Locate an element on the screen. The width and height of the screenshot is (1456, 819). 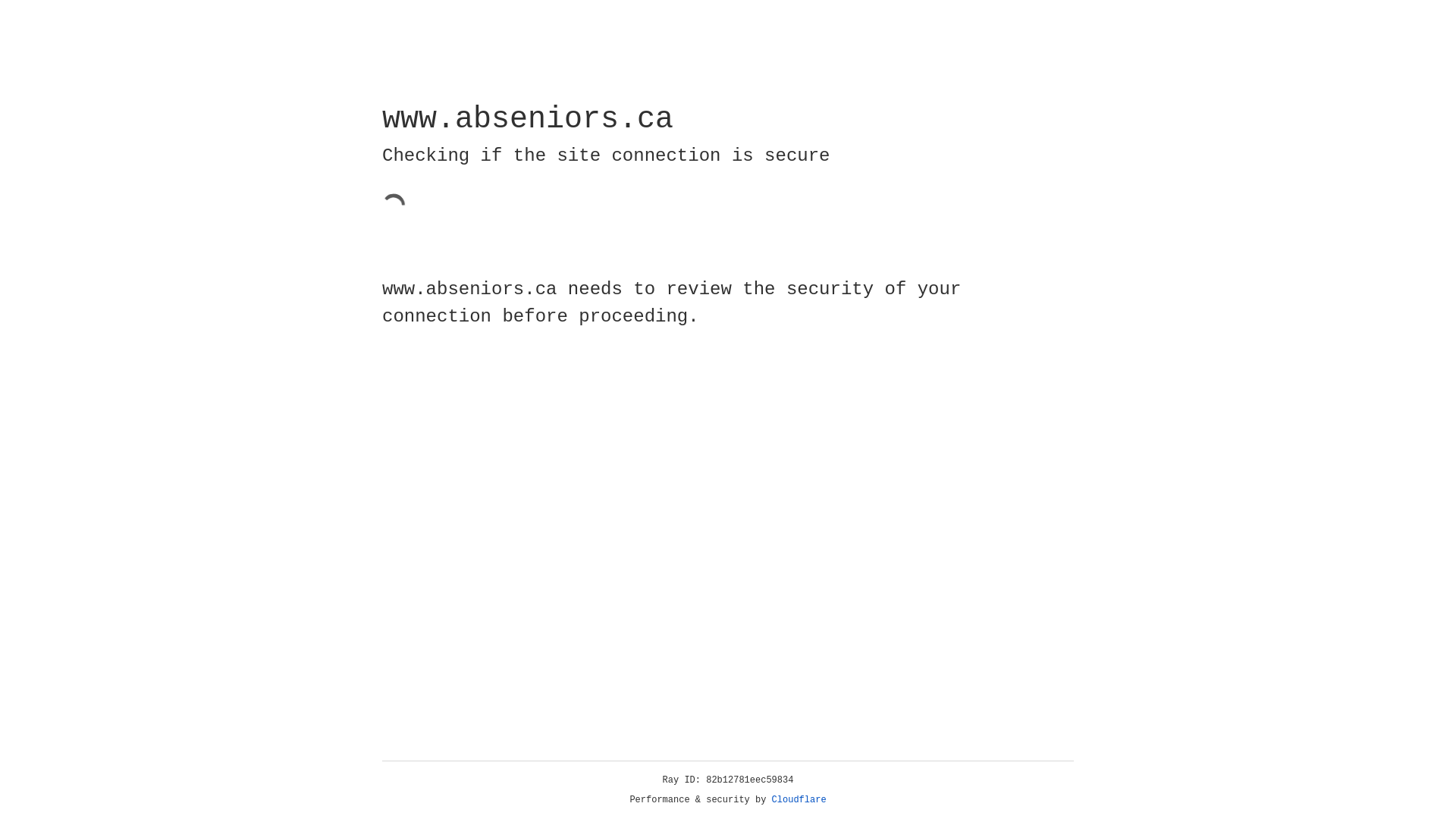
'Cloudflare' is located at coordinates (799, 799).